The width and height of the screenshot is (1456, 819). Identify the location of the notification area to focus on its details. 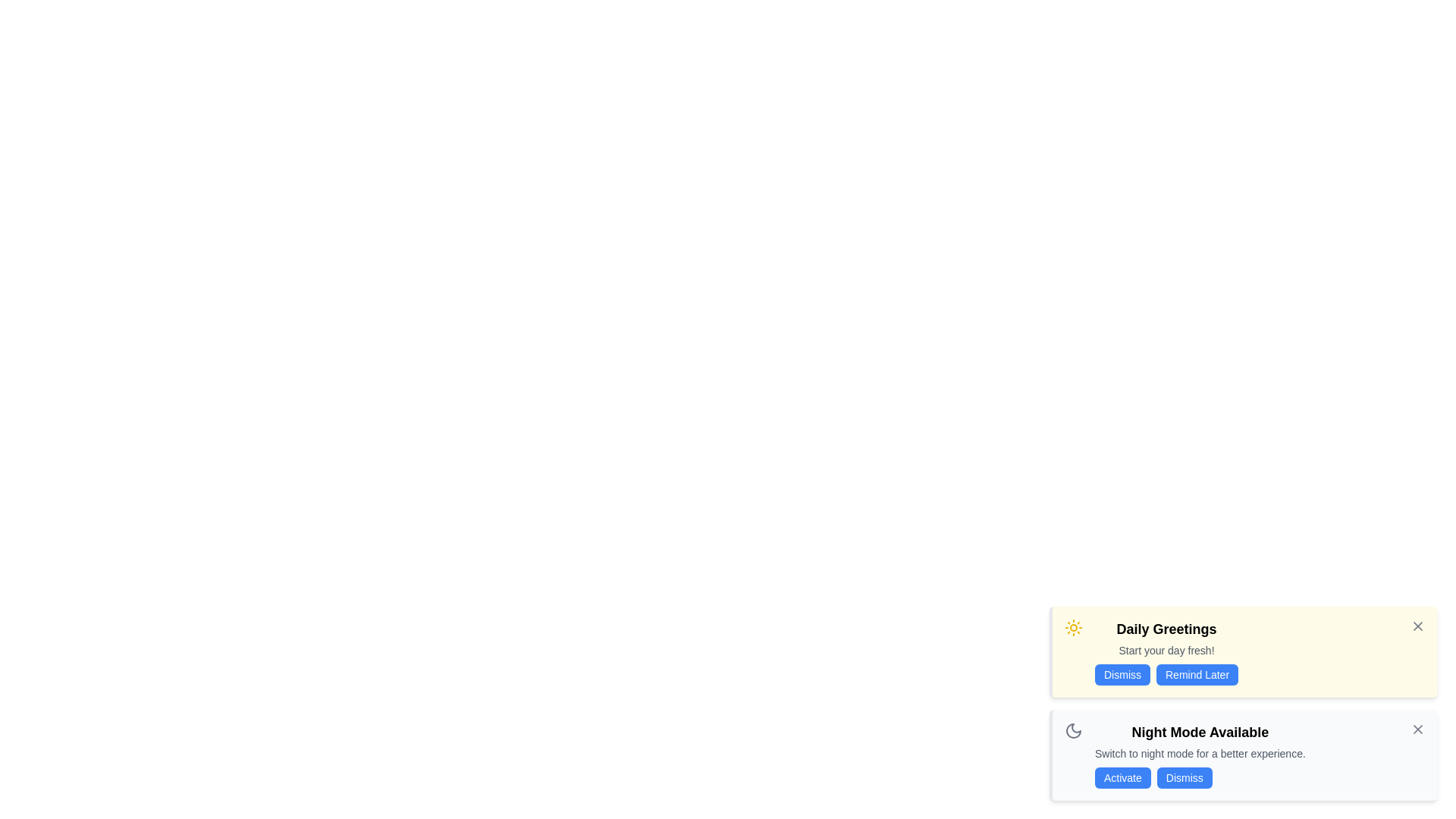
(1244, 651).